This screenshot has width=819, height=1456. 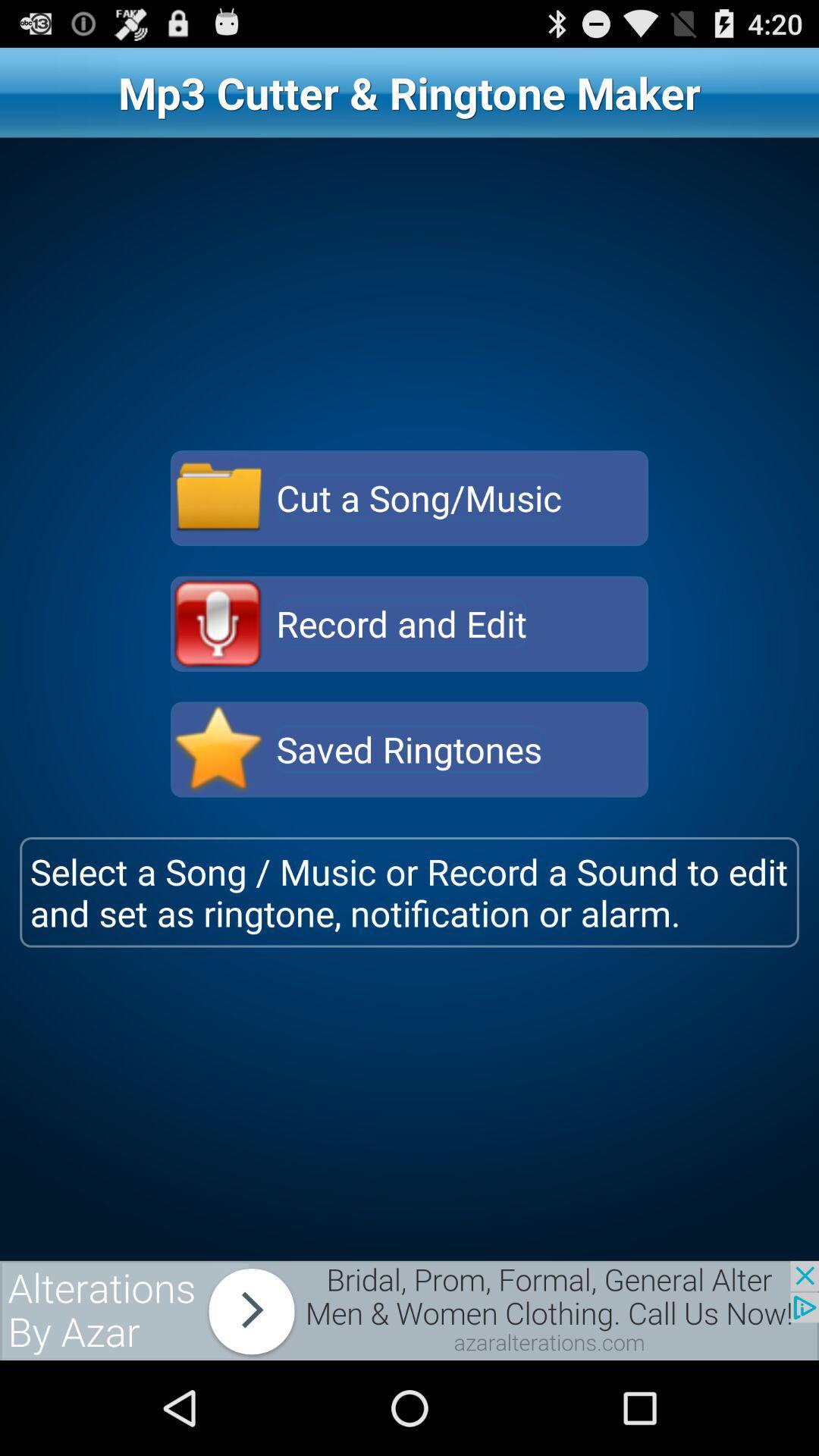 I want to click on button image, so click(x=218, y=623).